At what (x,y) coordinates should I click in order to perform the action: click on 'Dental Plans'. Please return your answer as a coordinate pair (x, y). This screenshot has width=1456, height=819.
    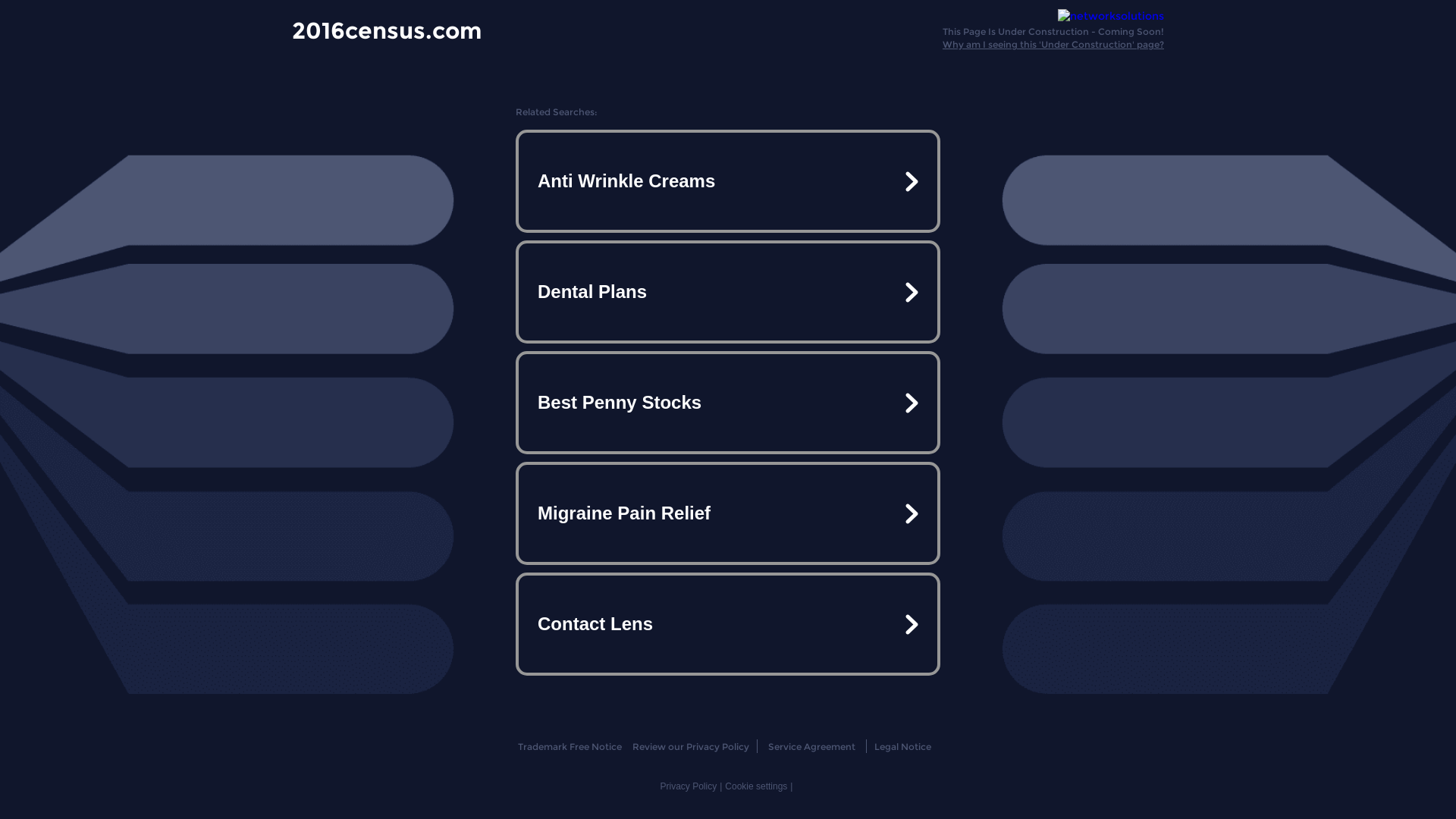
    Looking at the image, I should click on (728, 292).